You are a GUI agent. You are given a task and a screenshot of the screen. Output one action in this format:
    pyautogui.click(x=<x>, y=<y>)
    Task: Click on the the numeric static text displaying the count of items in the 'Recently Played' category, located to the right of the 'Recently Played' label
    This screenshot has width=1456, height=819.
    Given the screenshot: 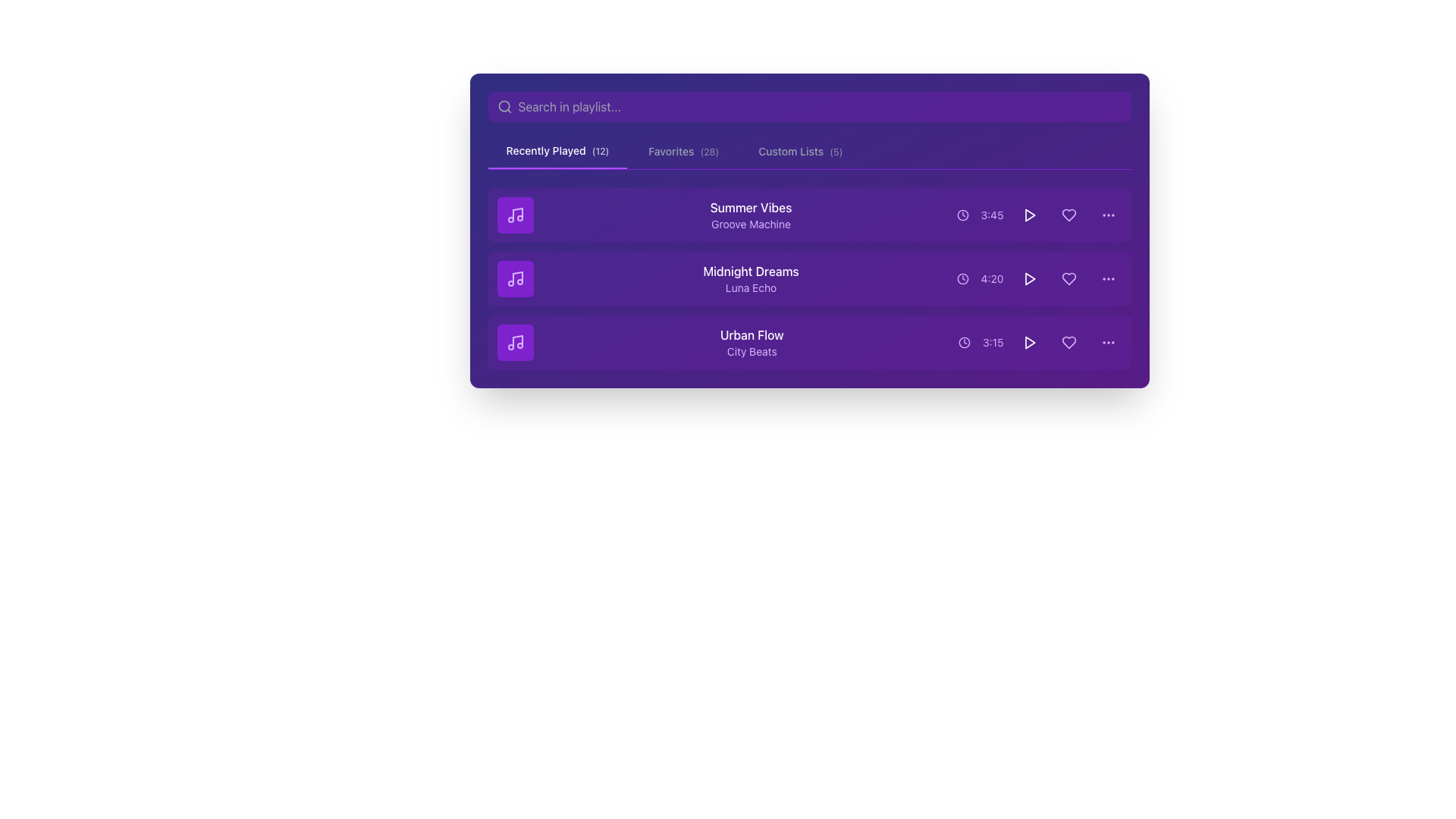 What is the action you would take?
    pyautogui.click(x=600, y=151)
    